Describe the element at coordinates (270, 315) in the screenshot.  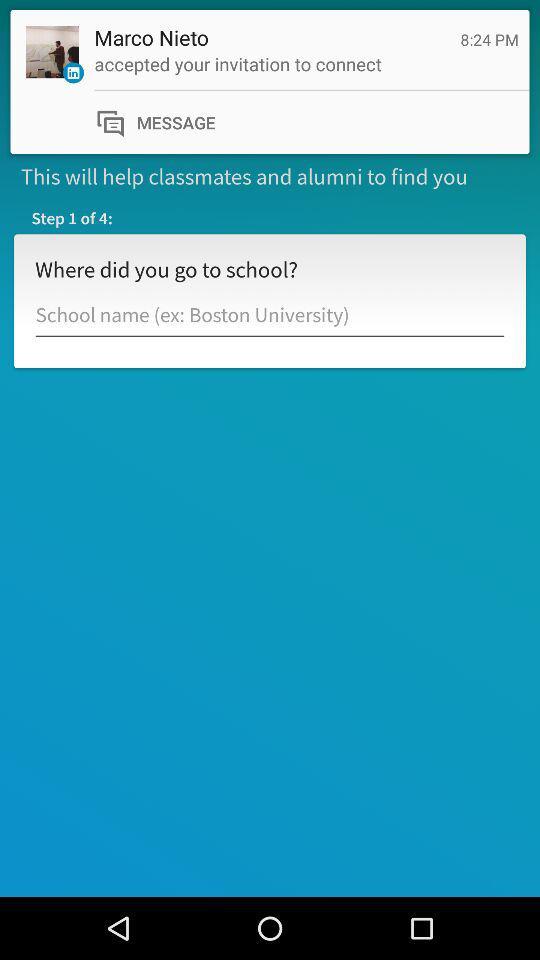
I see `input field` at that location.